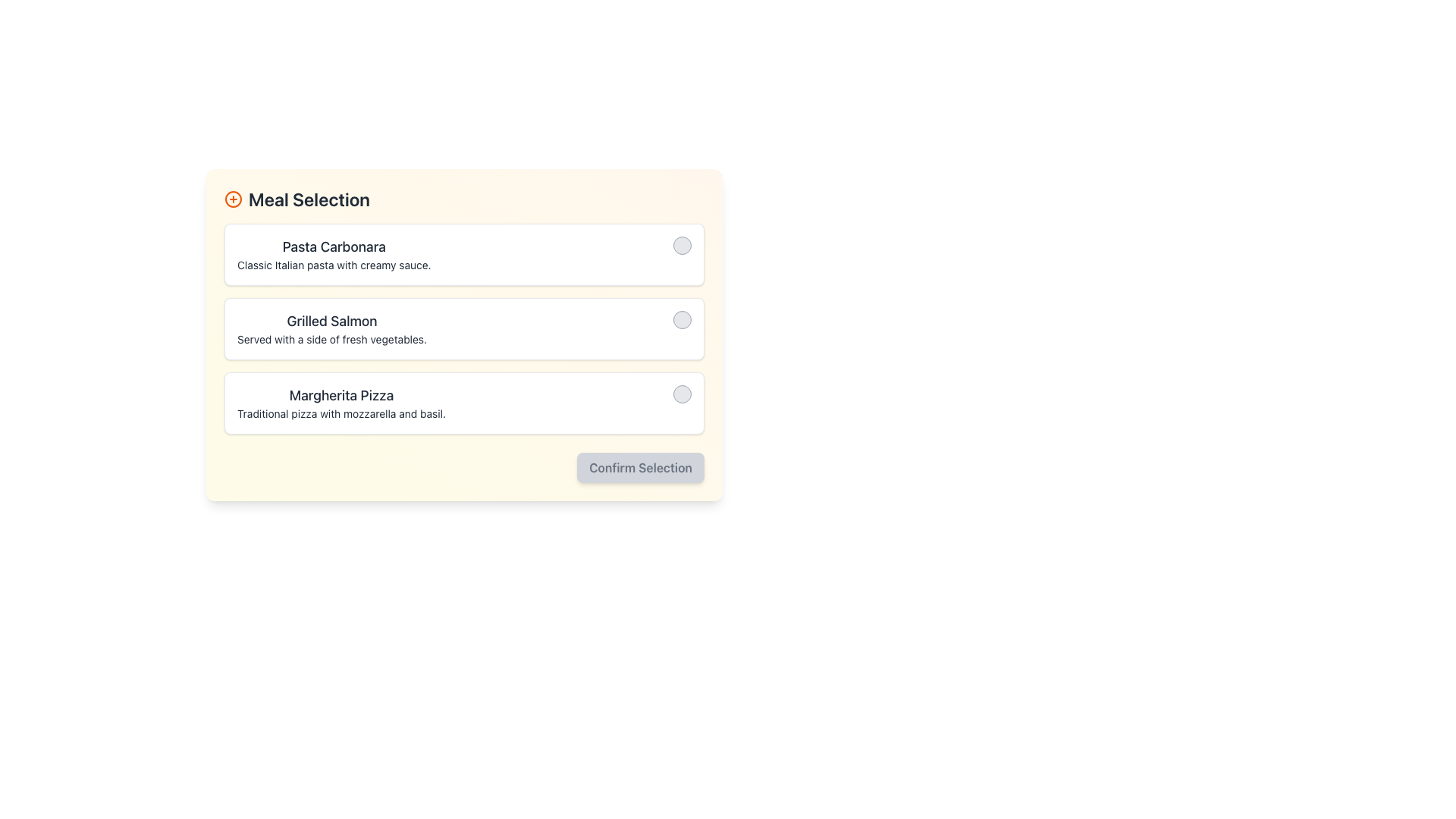 Image resolution: width=1456 pixels, height=819 pixels. What do you see at coordinates (463, 328) in the screenshot?
I see `the grid layout containing selectable meal options` at bounding box center [463, 328].